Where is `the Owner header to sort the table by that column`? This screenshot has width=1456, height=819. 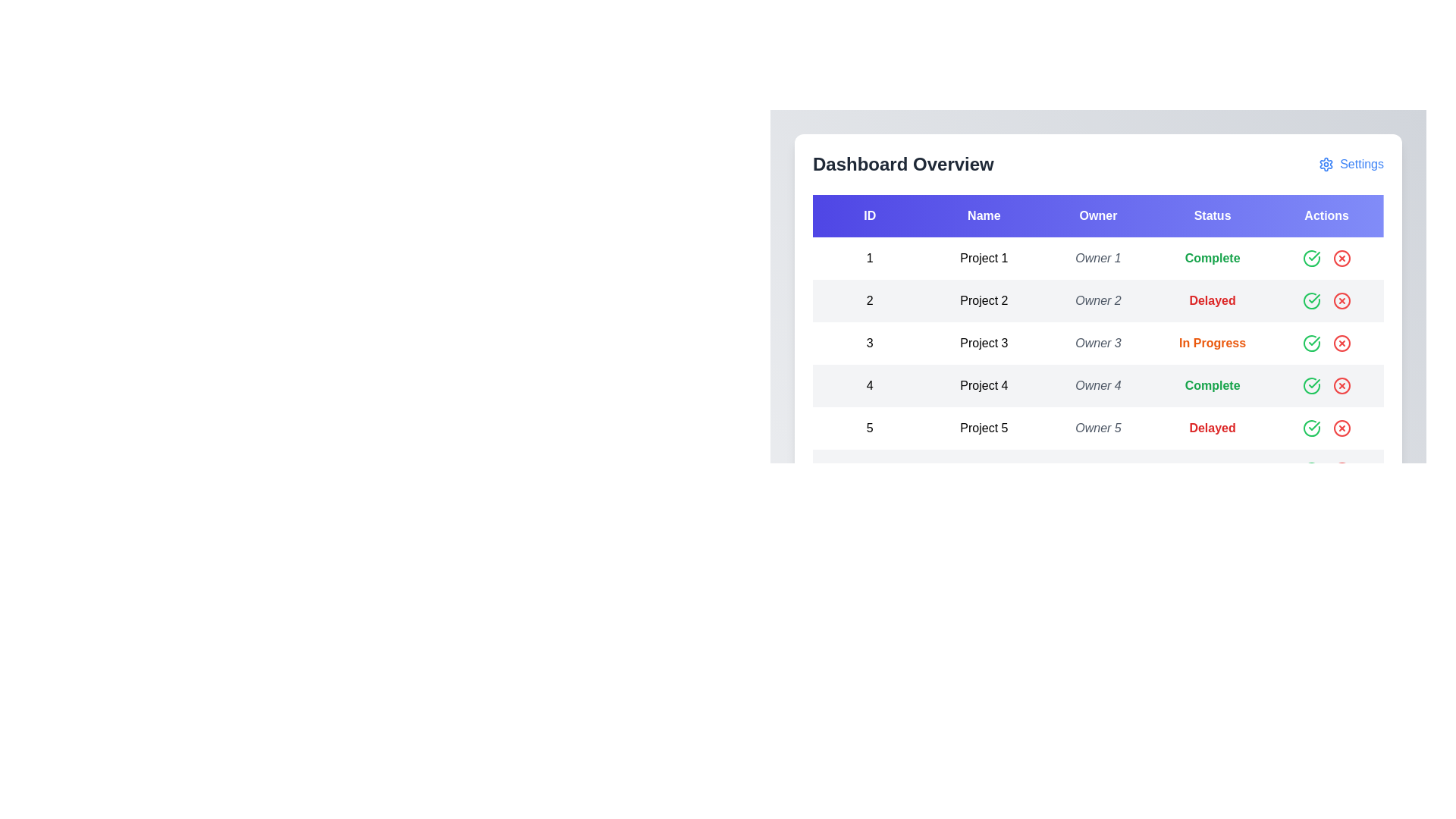 the Owner header to sort the table by that column is located at coordinates (1098, 216).